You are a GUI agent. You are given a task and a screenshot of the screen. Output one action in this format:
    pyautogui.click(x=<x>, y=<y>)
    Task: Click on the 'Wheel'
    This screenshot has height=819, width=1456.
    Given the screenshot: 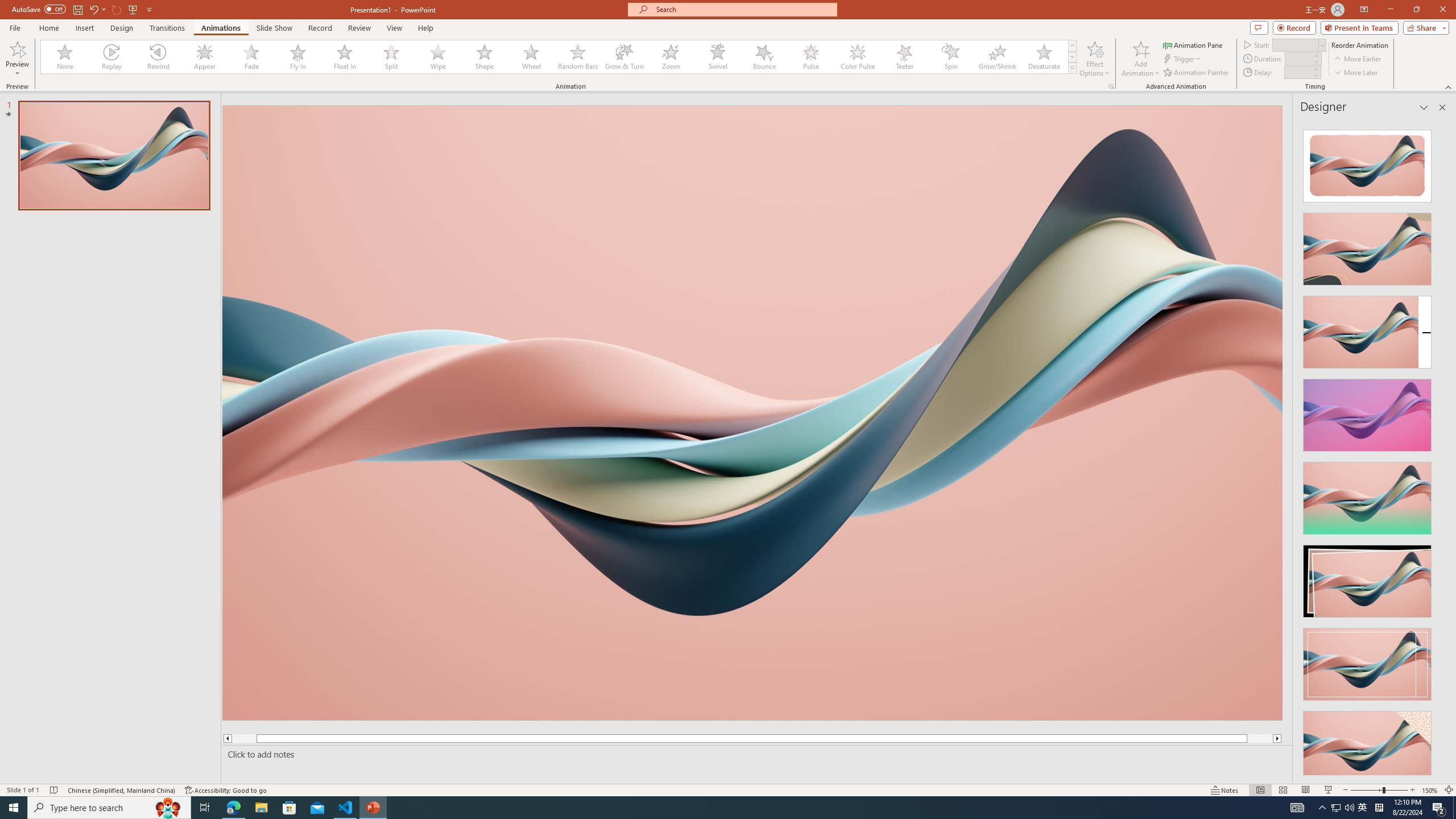 What is the action you would take?
    pyautogui.click(x=531, y=56)
    